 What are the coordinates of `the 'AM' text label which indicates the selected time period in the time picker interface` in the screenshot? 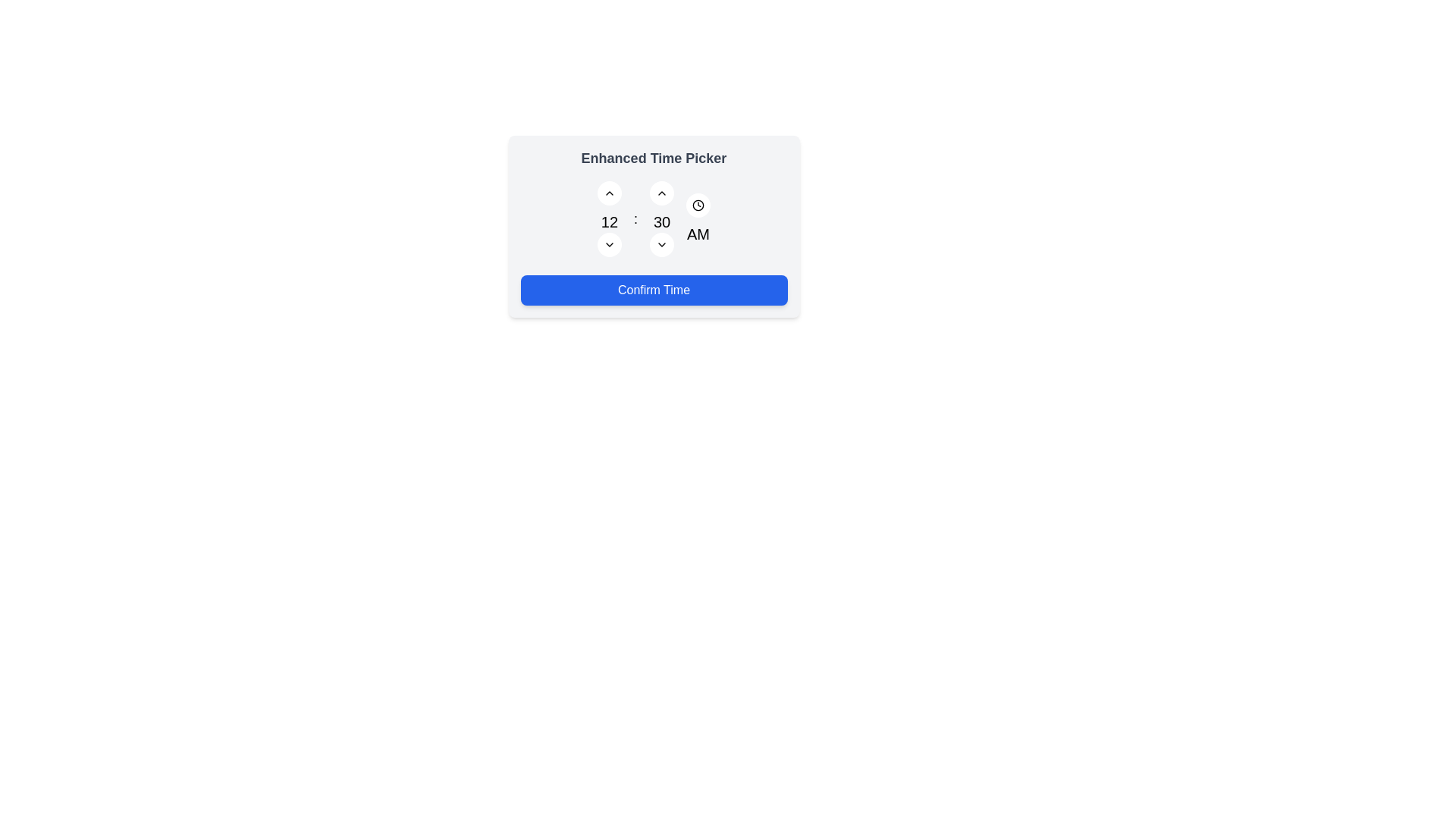 It's located at (698, 234).